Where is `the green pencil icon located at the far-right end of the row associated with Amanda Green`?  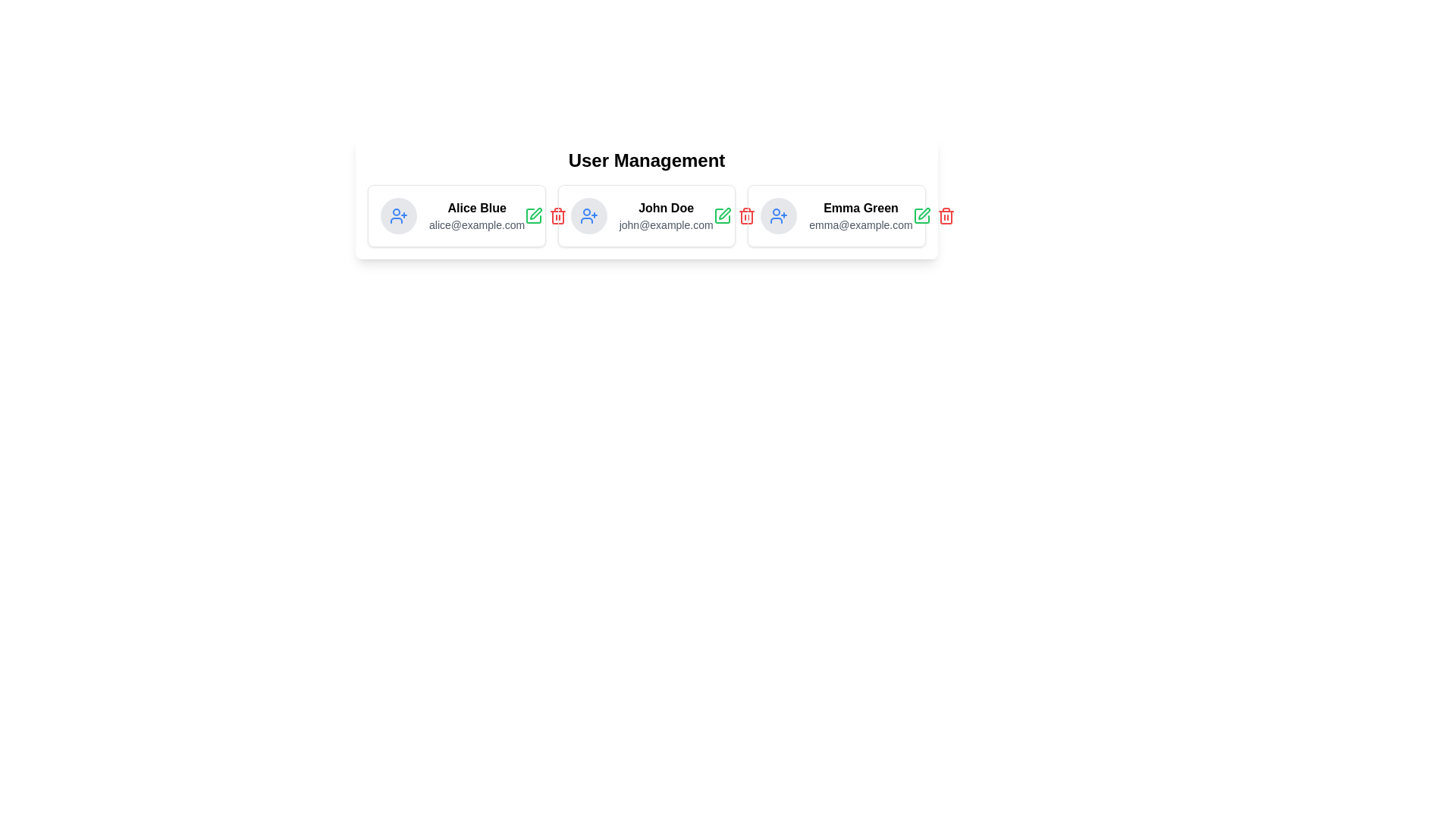 the green pencil icon located at the far-right end of the row associated with Amanda Green is located at coordinates (933, 216).